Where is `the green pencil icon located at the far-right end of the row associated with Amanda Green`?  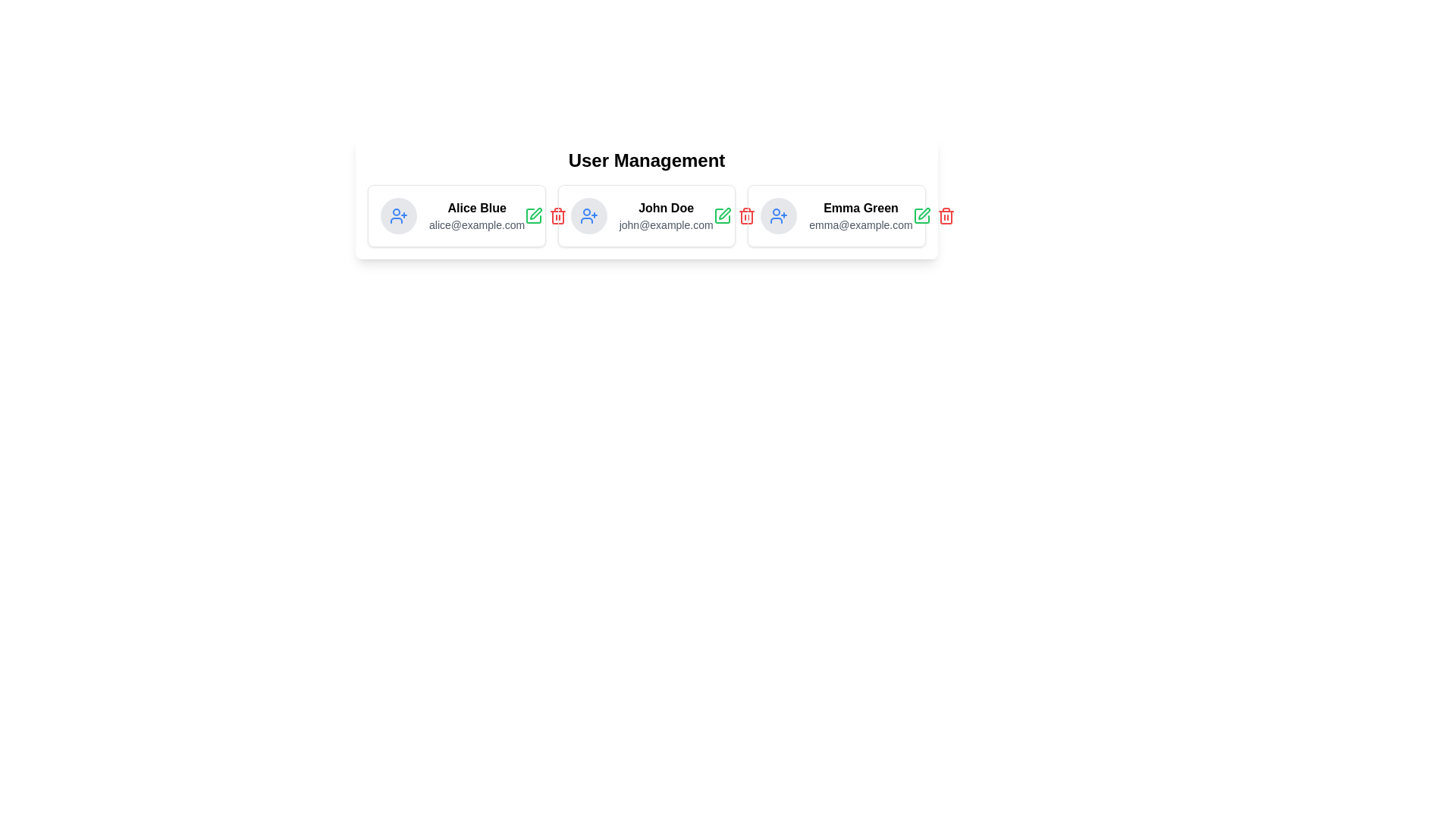 the green pencil icon located at the far-right end of the row associated with Amanda Green is located at coordinates (933, 216).